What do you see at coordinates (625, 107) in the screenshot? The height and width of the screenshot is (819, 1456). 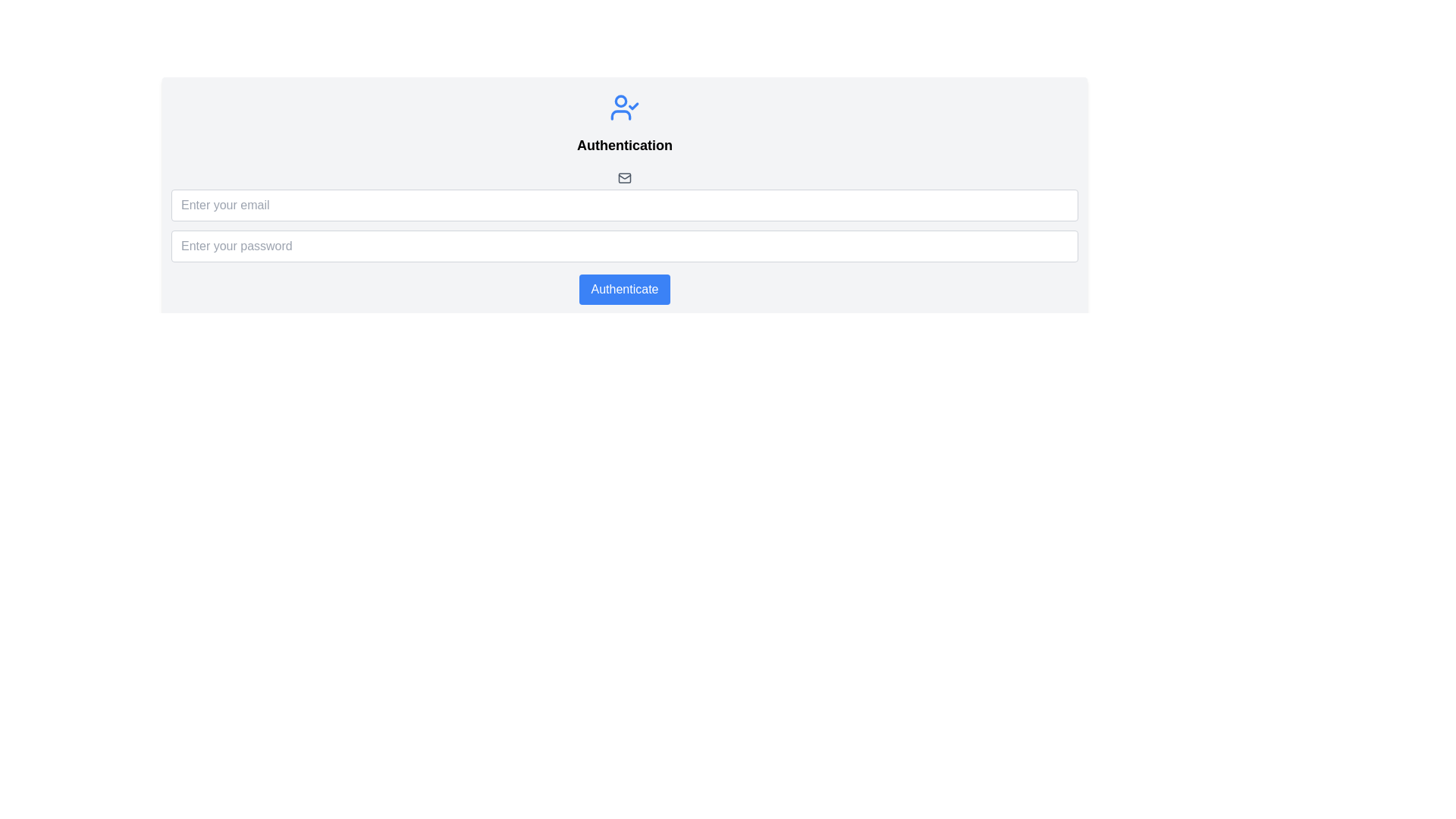 I see `the user authentication icon that indicates completion or verification, located at the top edge of the interface above the 'Authentication' heading` at bounding box center [625, 107].